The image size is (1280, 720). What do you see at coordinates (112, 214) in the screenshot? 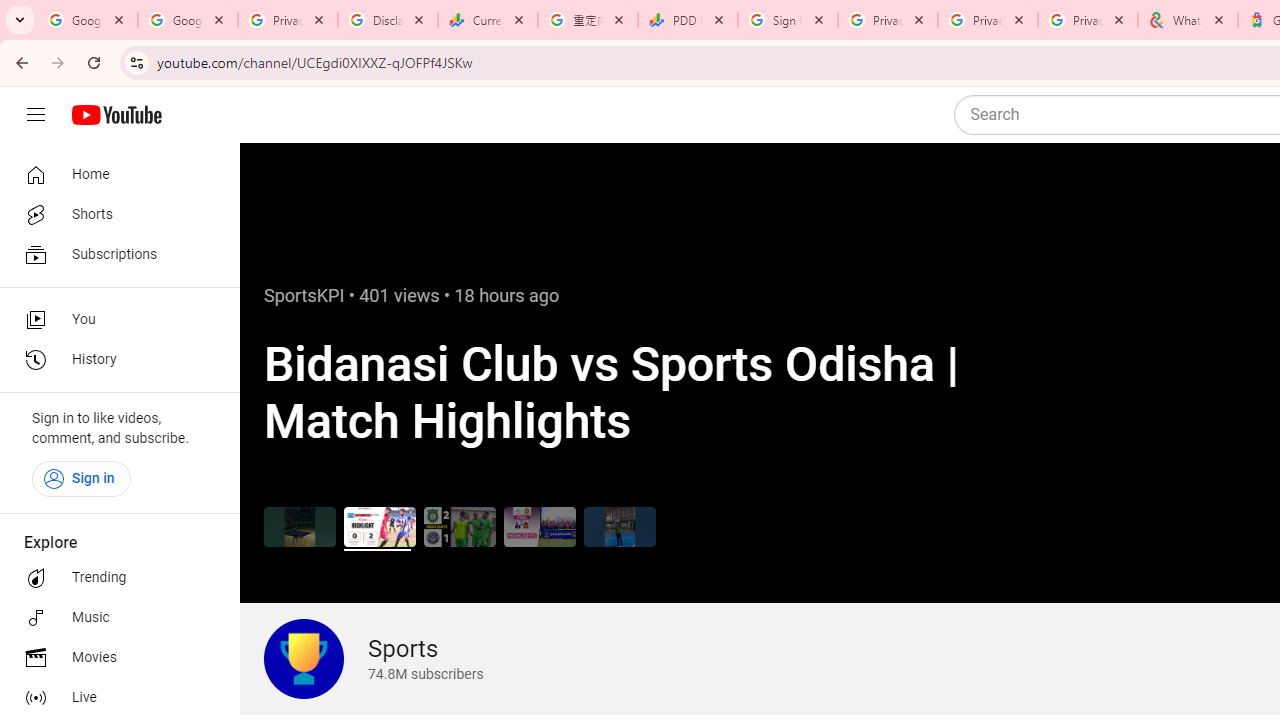
I see `'Shorts'` at bounding box center [112, 214].